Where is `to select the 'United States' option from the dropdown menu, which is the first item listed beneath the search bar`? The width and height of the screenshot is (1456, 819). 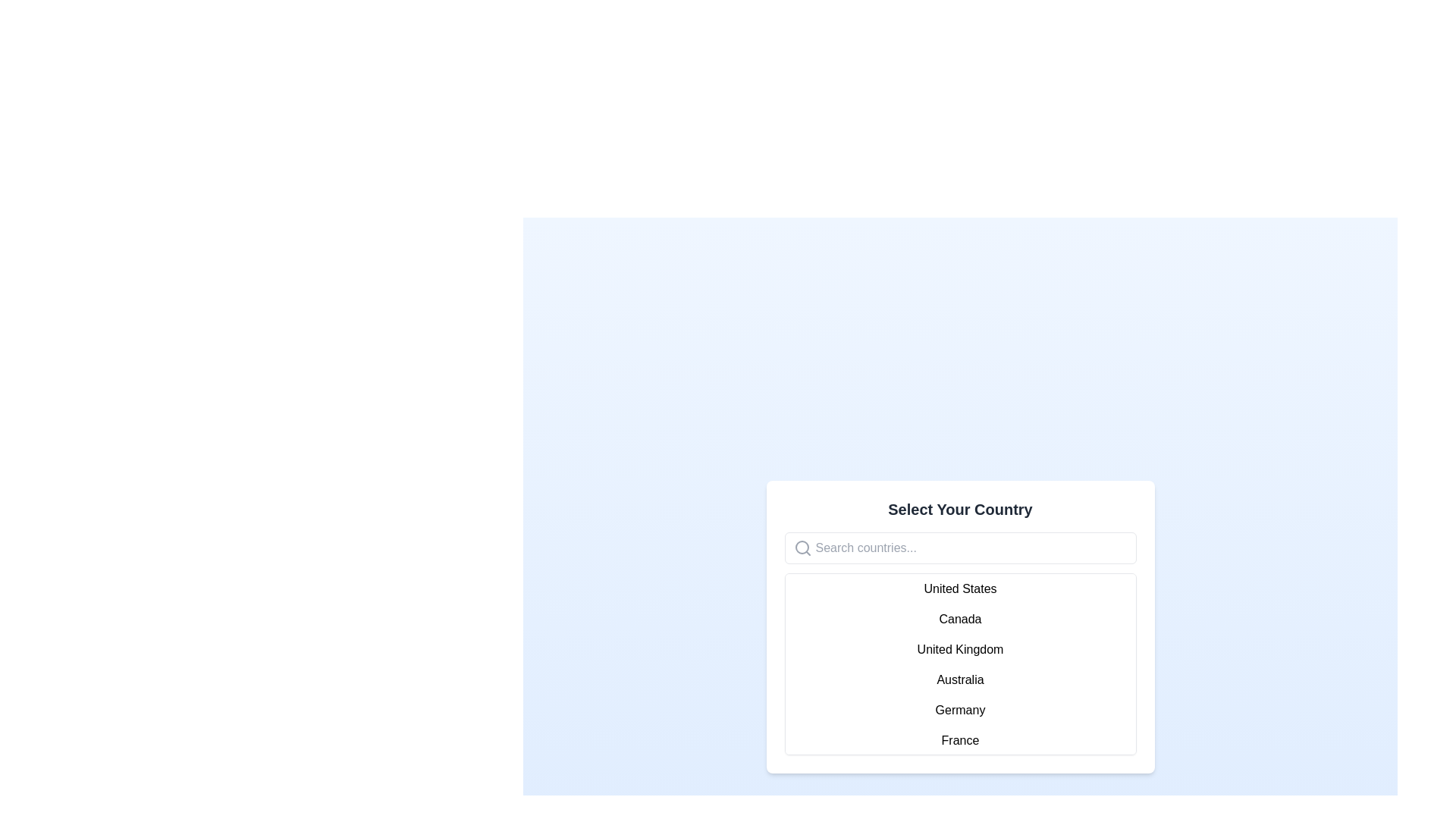 to select the 'United States' option from the dropdown menu, which is the first item listed beneath the search bar is located at coordinates (959, 588).